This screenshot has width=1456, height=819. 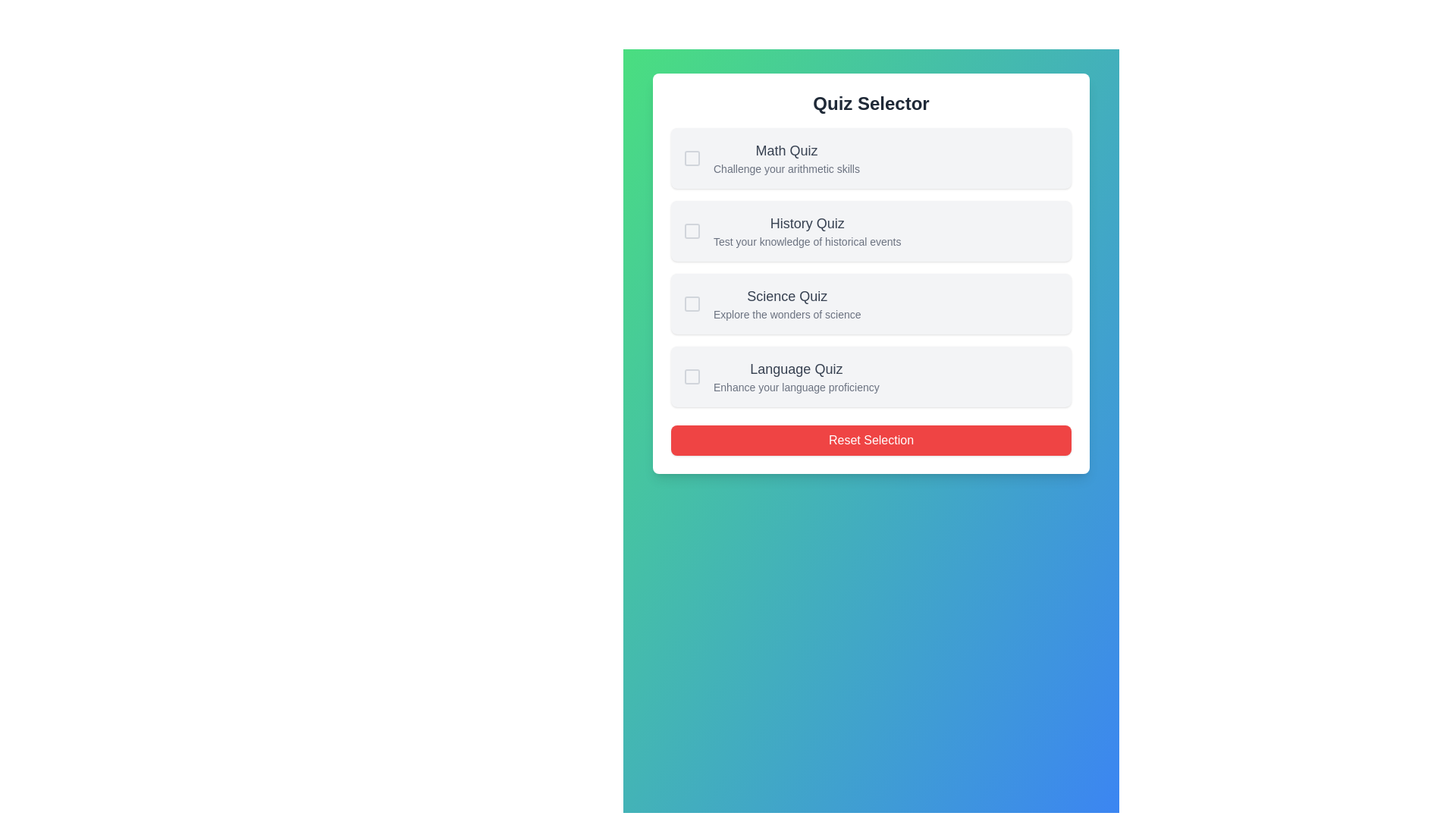 What do you see at coordinates (786, 151) in the screenshot?
I see `the text element labeled 'Math Quiz' to select it` at bounding box center [786, 151].